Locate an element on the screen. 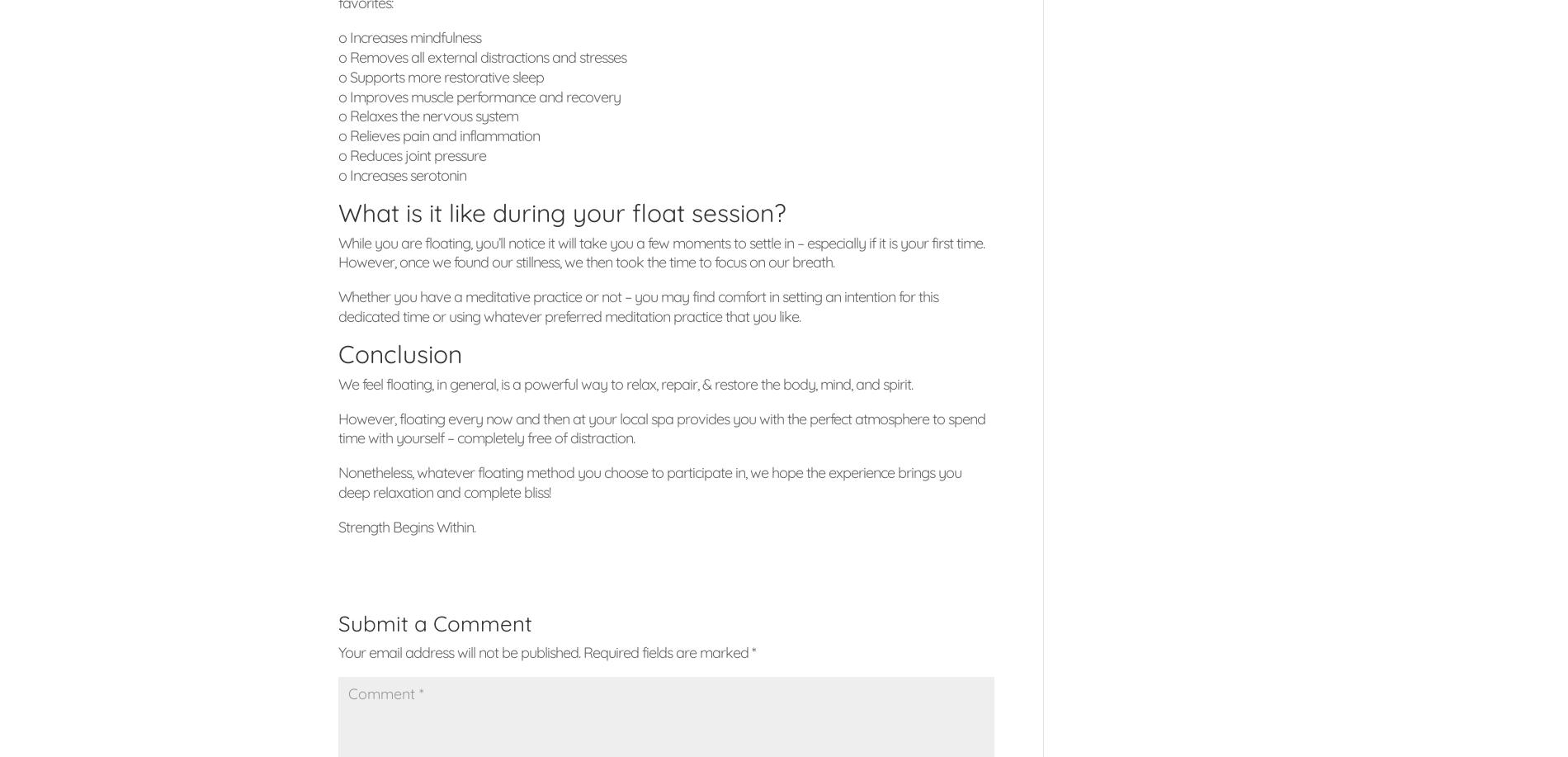 The height and width of the screenshot is (757, 1568). 'While you are floating, you’ll notice it will take you a few moments to settle in – especially if it is your first time. However, once we found our stillness, we then took the time to focus on our breath.' is located at coordinates (660, 252).